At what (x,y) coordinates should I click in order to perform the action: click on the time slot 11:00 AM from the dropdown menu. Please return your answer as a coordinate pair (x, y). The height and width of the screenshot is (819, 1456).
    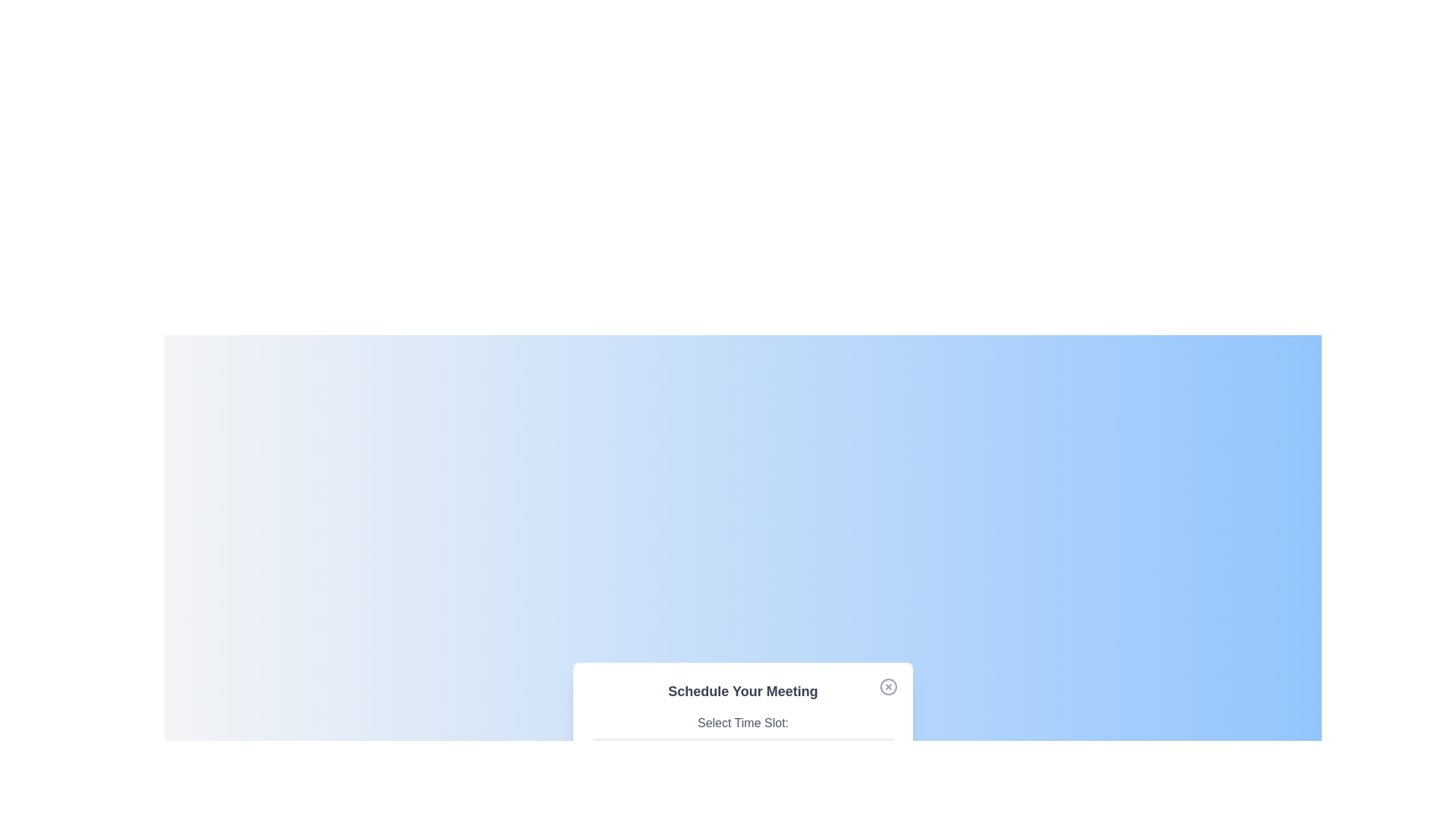
    Looking at the image, I should click on (742, 752).